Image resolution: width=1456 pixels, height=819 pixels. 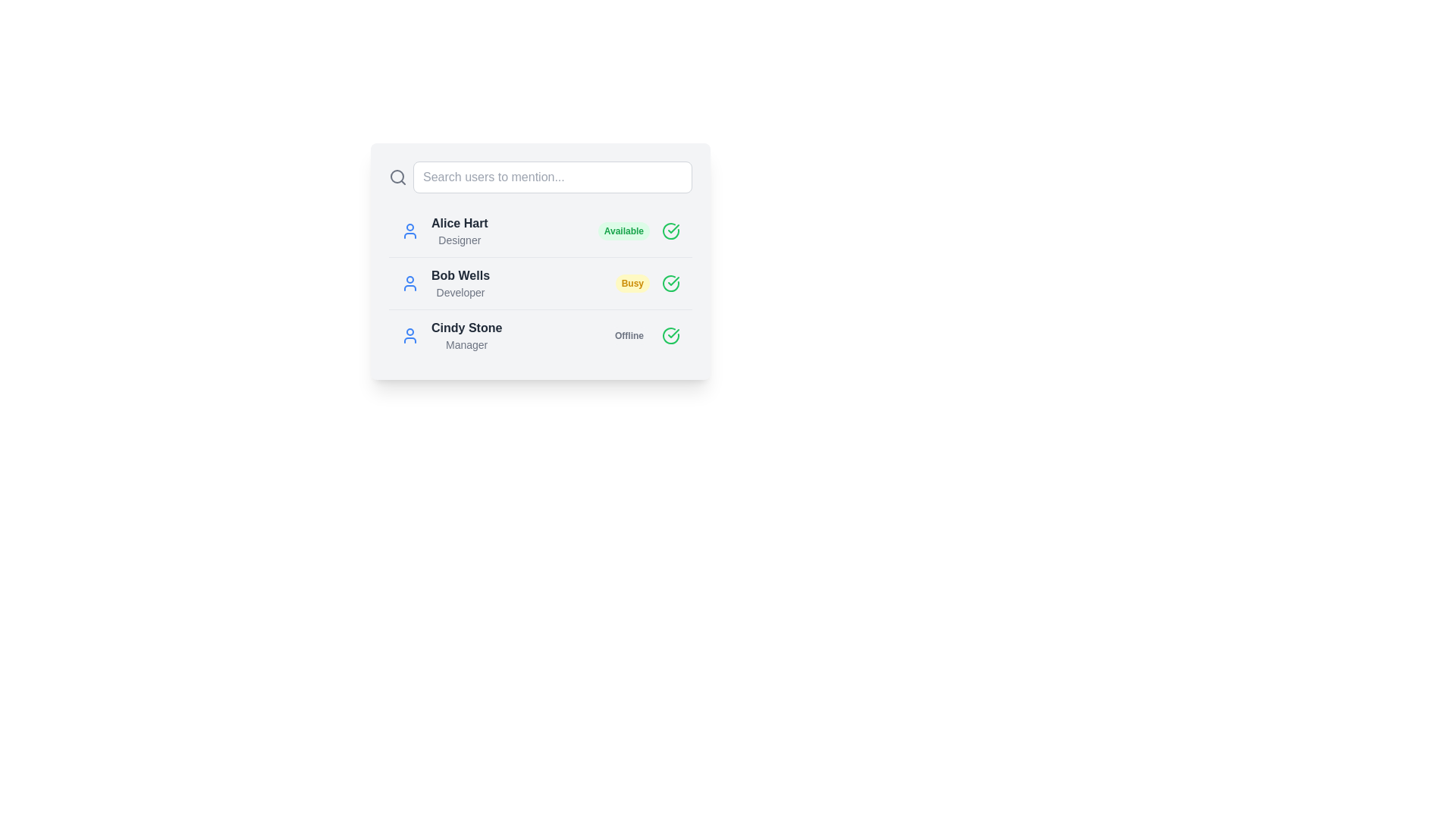 I want to click on the search icon located in the top-left section of the search interface, so click(x=397, y=177).